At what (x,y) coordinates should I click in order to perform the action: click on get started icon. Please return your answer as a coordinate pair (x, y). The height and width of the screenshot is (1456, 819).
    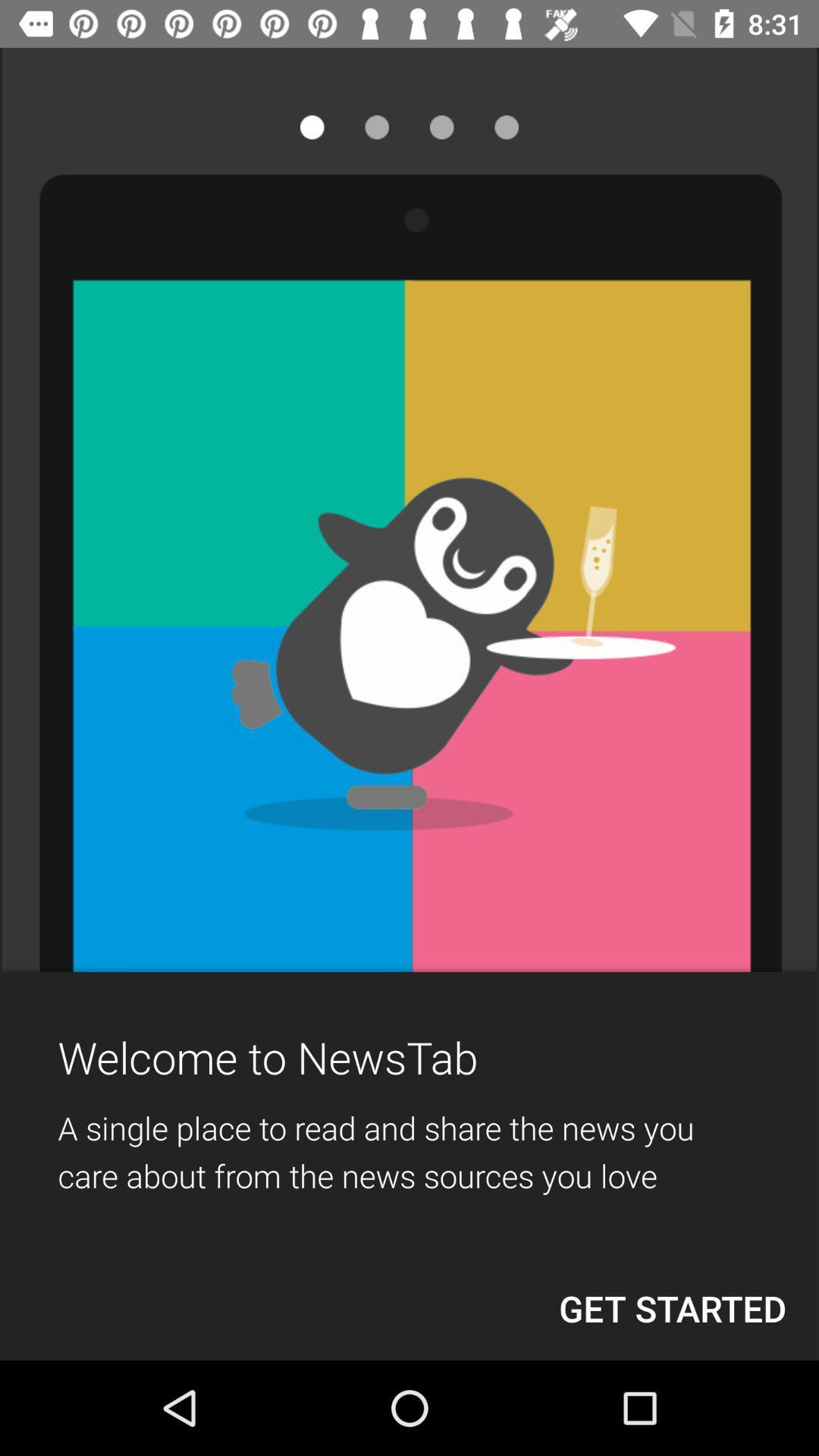
    Looking at the image, I should click on (672, 1307).